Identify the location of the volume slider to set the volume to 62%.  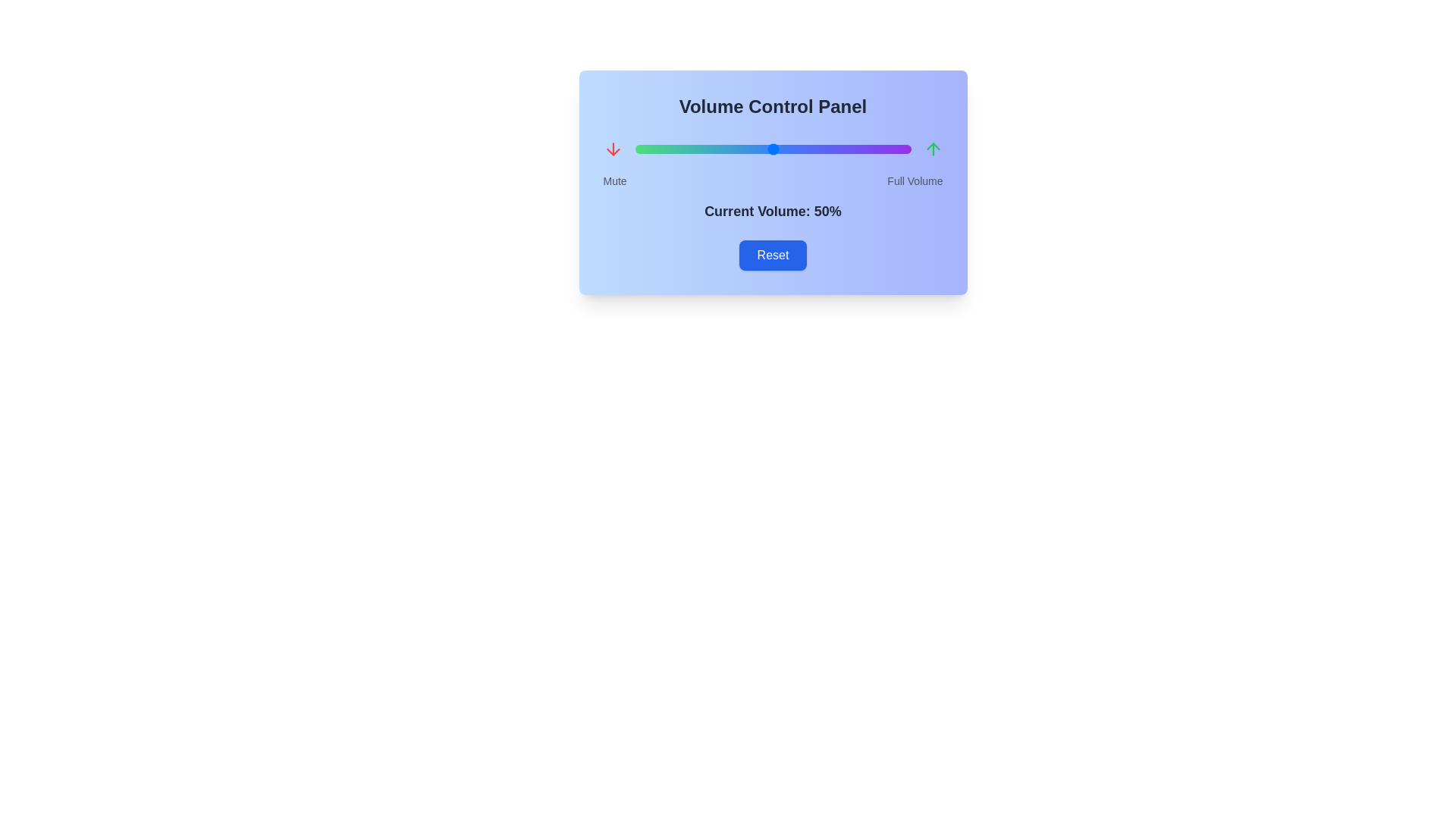
(805, 149).